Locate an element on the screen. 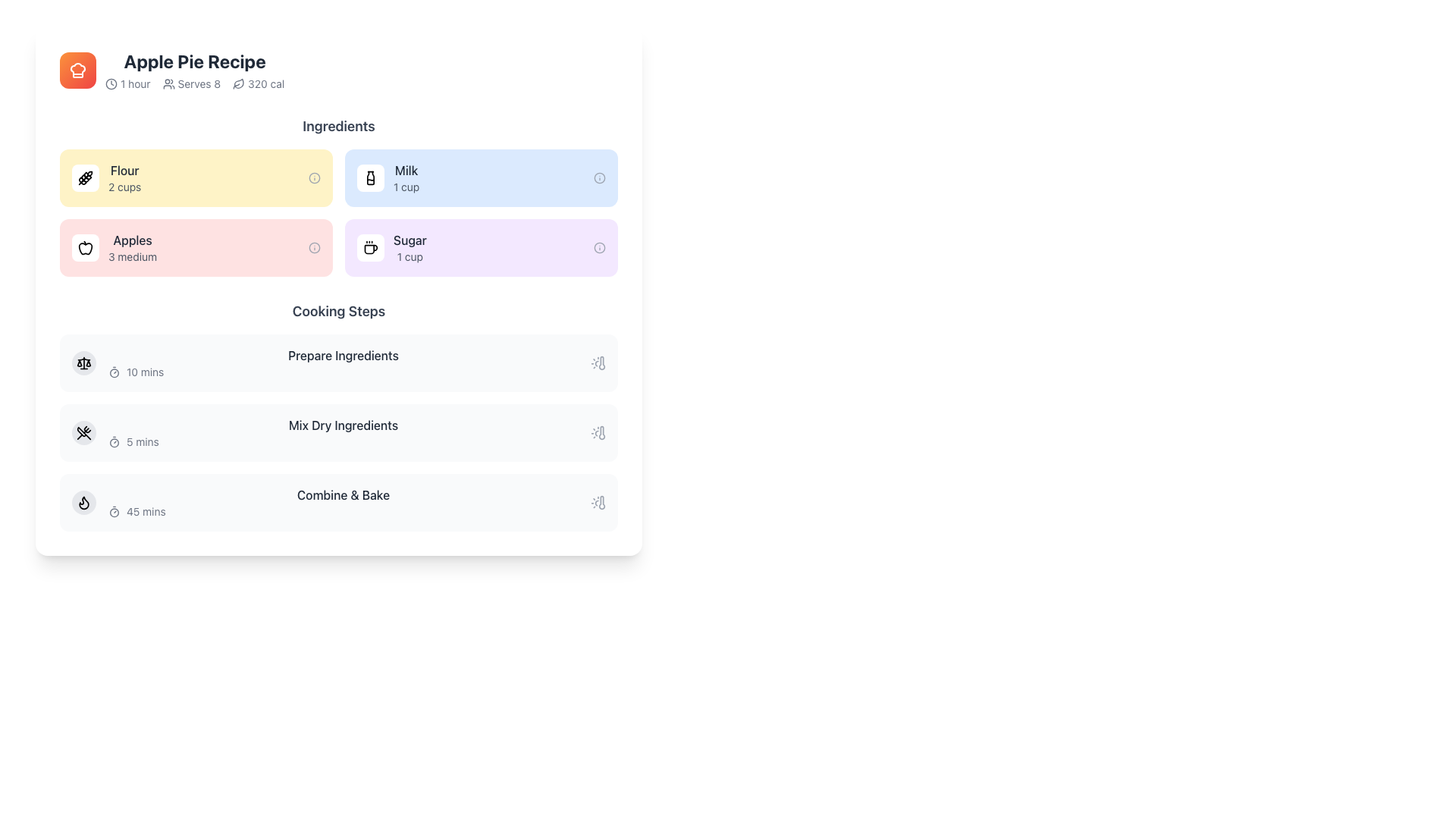 The image size is (1456, 819). the SVG icon resembling a stylized coffee cup located to the left of the 'Sugar' label in the ingredients section is located at coordinates (371, 249).